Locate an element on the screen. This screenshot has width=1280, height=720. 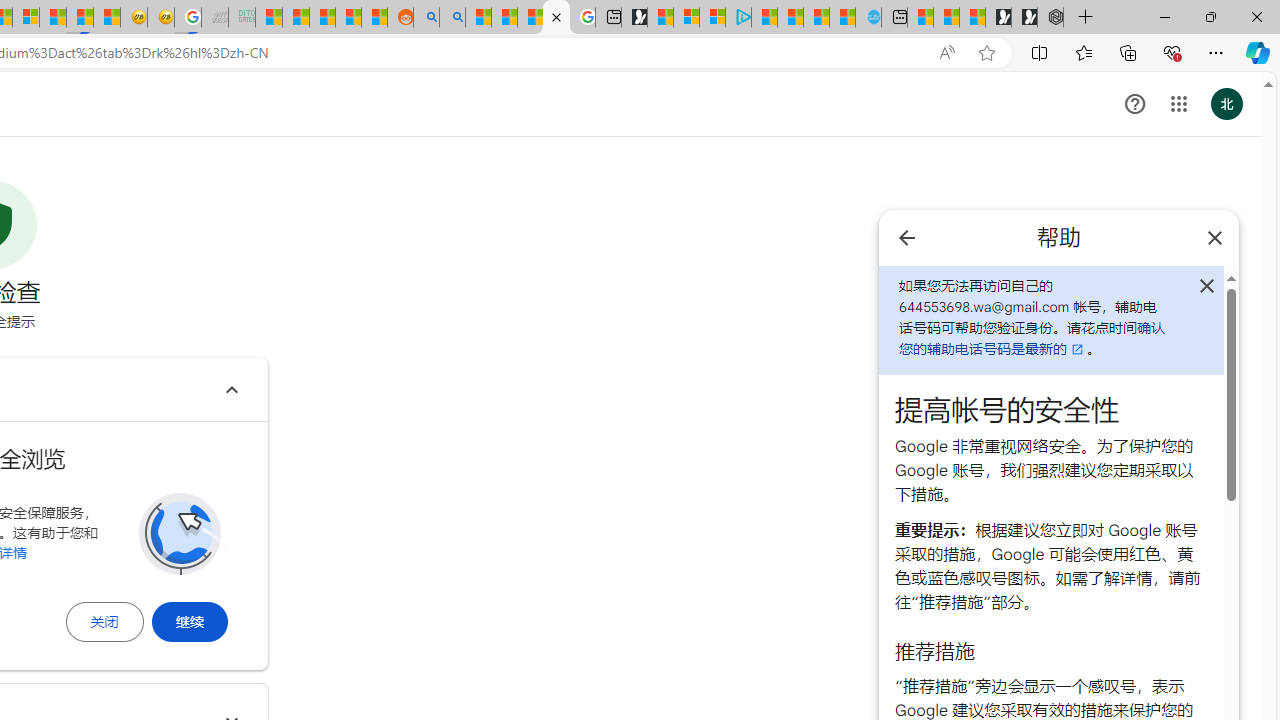
'Class: gb_E' is located at coordinates (1178, 104).